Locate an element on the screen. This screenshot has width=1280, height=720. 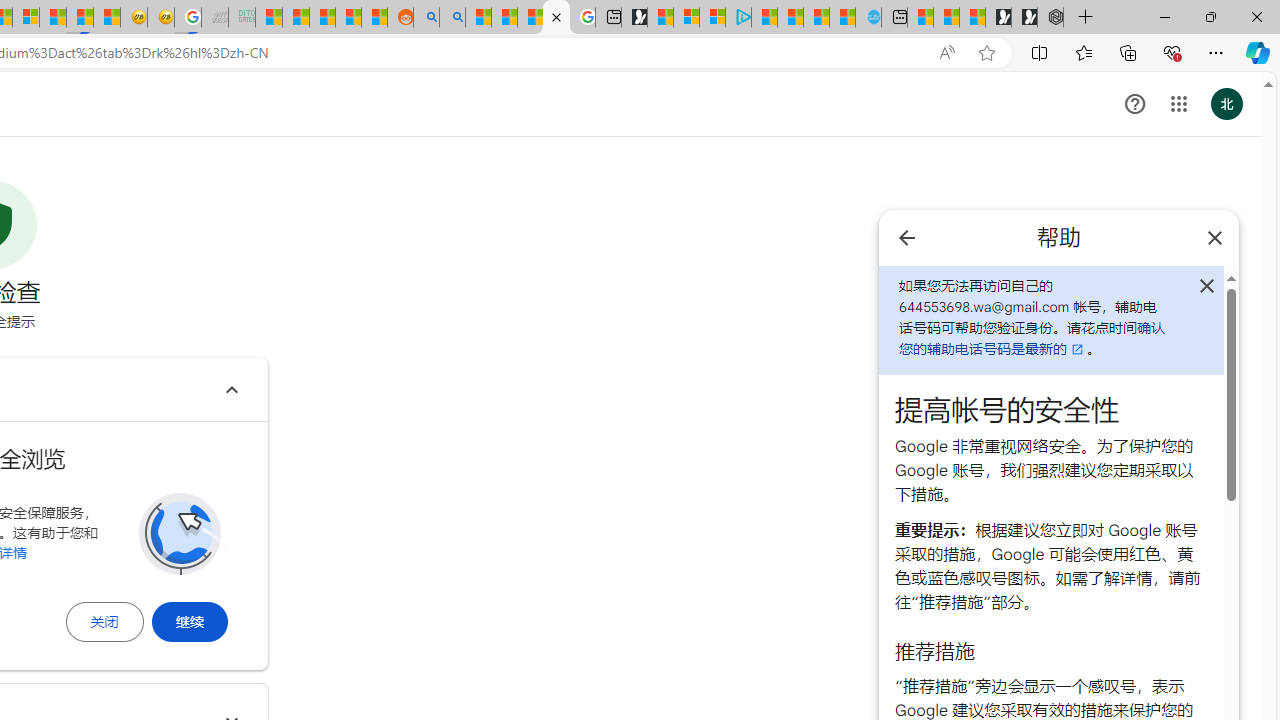
'Class: gb_E' is located at coordinates (1178, 104).